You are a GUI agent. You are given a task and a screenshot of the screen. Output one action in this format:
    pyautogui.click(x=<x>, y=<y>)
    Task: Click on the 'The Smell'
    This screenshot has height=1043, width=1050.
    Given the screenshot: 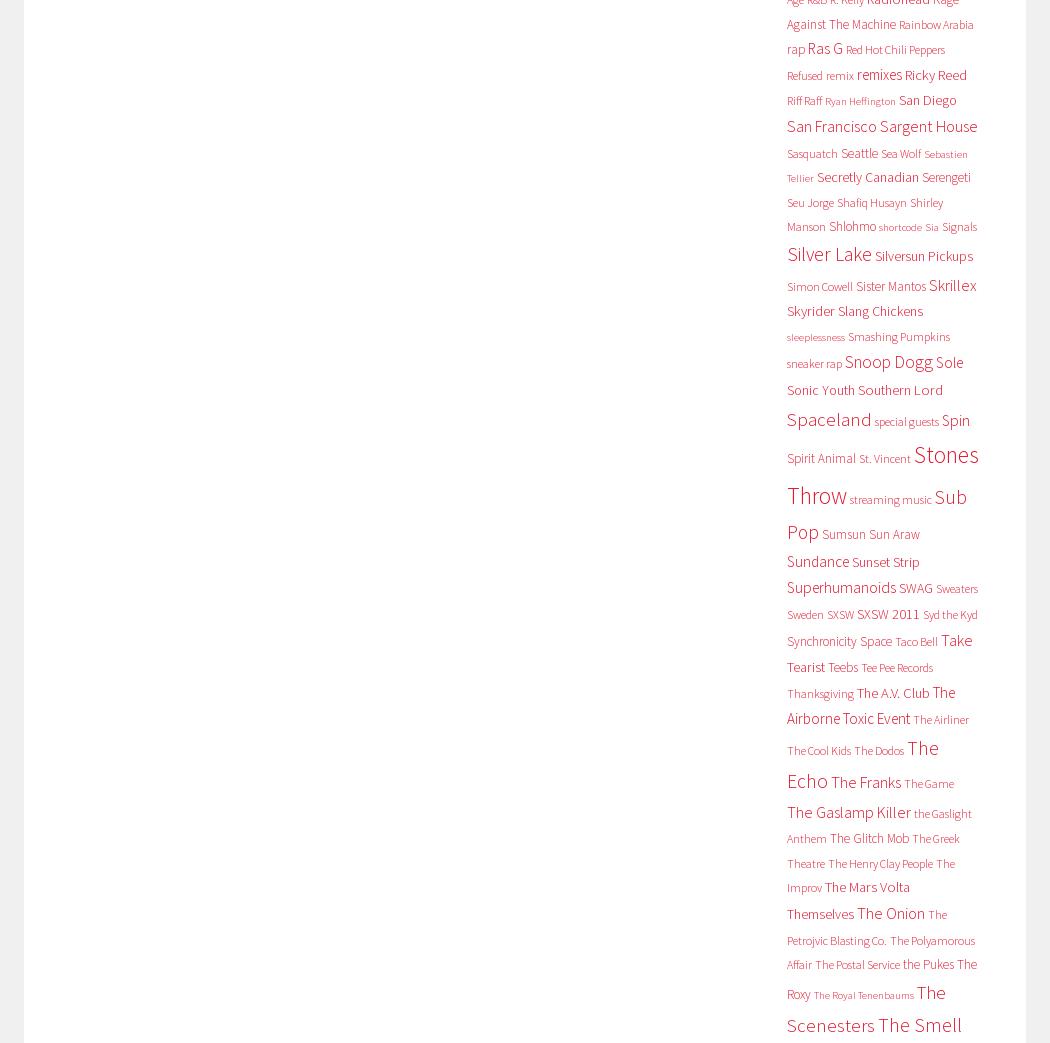 What is the action you would take?
    pyautogui.click(x=918, y=1024)
    